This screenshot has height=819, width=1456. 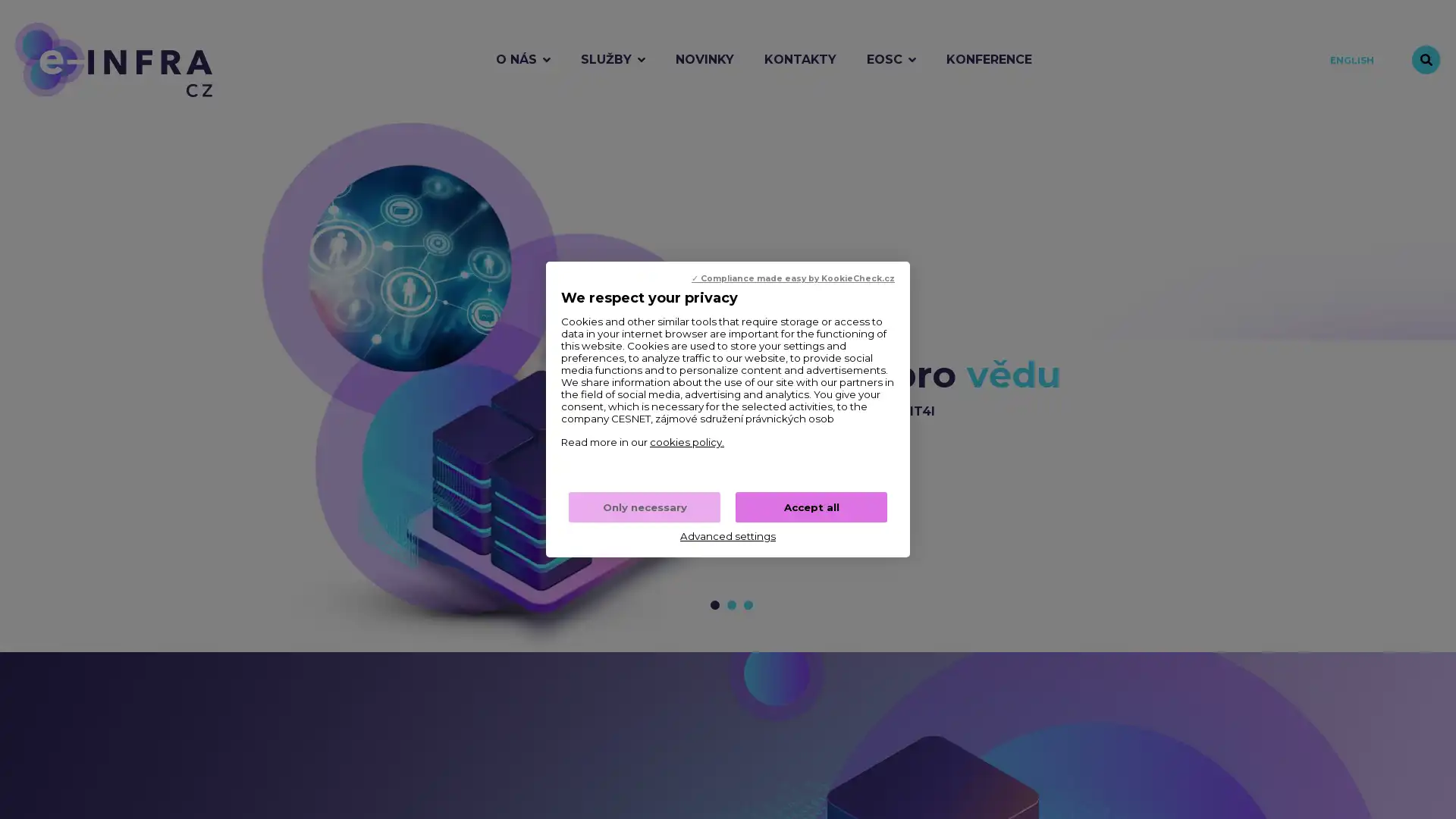 I want to click on Vyhledavani, so click(x=1426, y=58).